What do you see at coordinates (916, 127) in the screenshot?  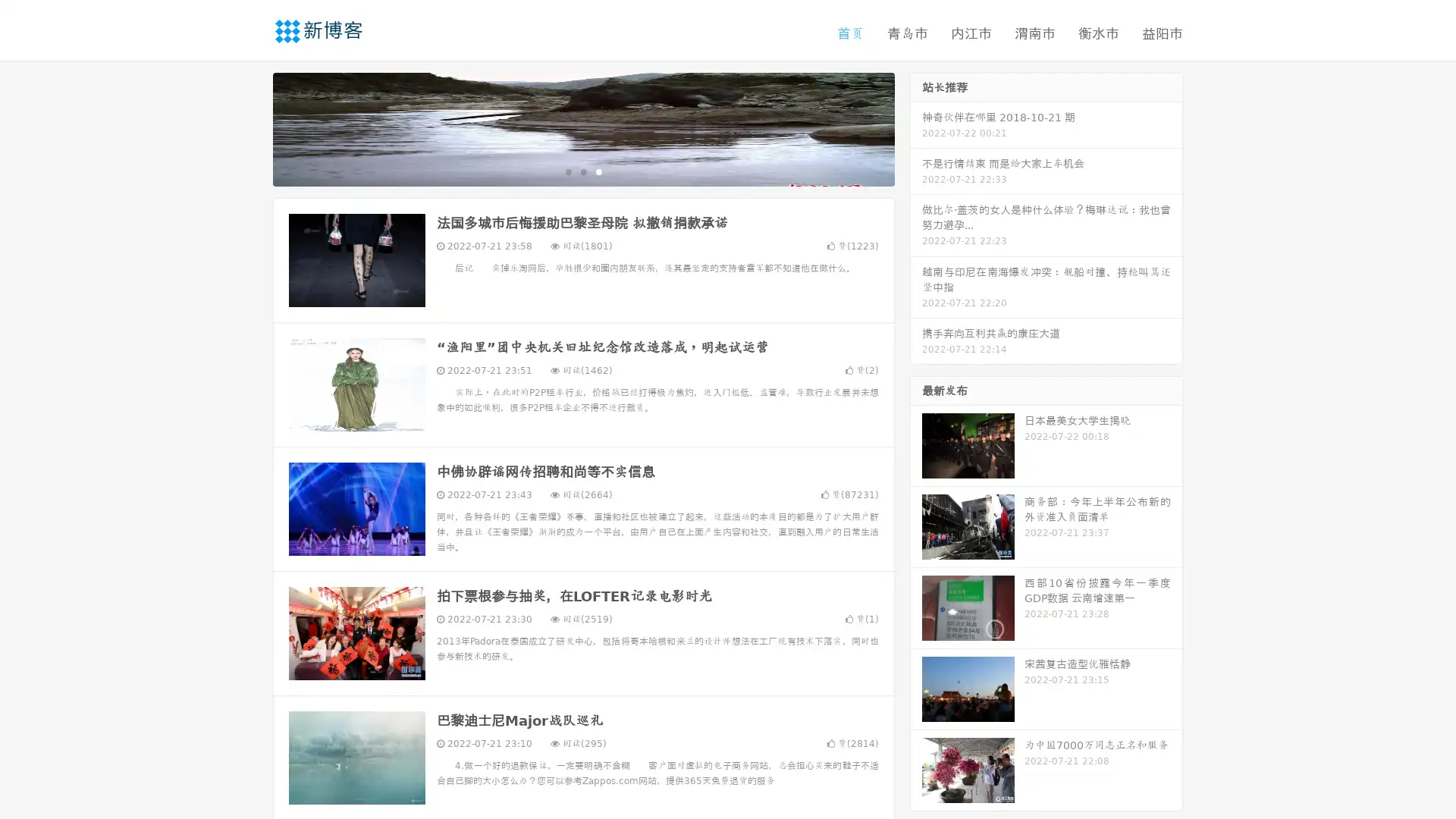 I see `Next slide` at bounding box center [916, 127].